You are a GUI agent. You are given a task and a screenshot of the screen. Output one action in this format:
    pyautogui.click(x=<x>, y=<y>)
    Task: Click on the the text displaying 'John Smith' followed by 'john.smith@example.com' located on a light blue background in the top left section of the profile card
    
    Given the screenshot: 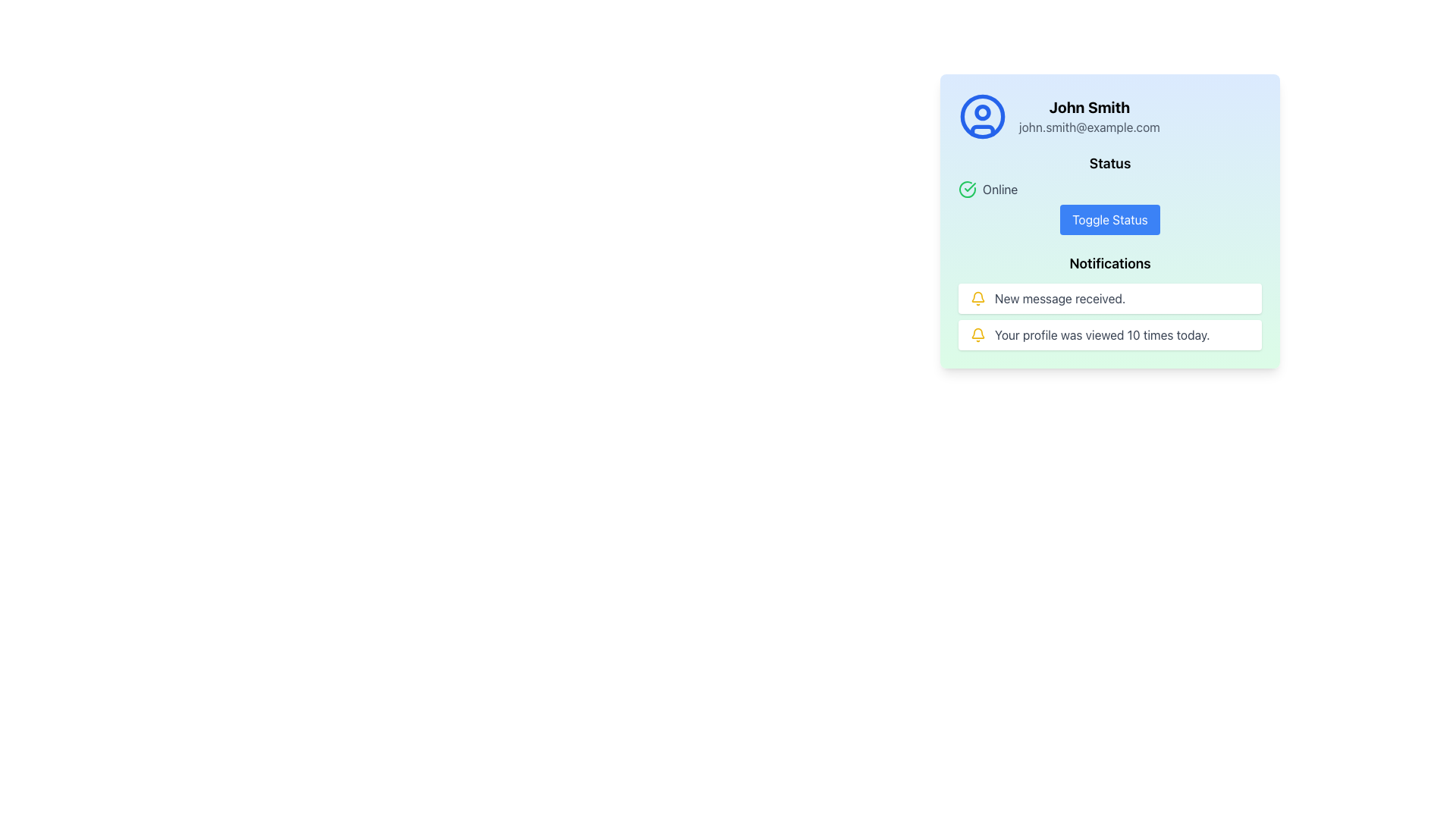 What is the action you would take?
    pyautogui.click(x=1088, y=116)
    